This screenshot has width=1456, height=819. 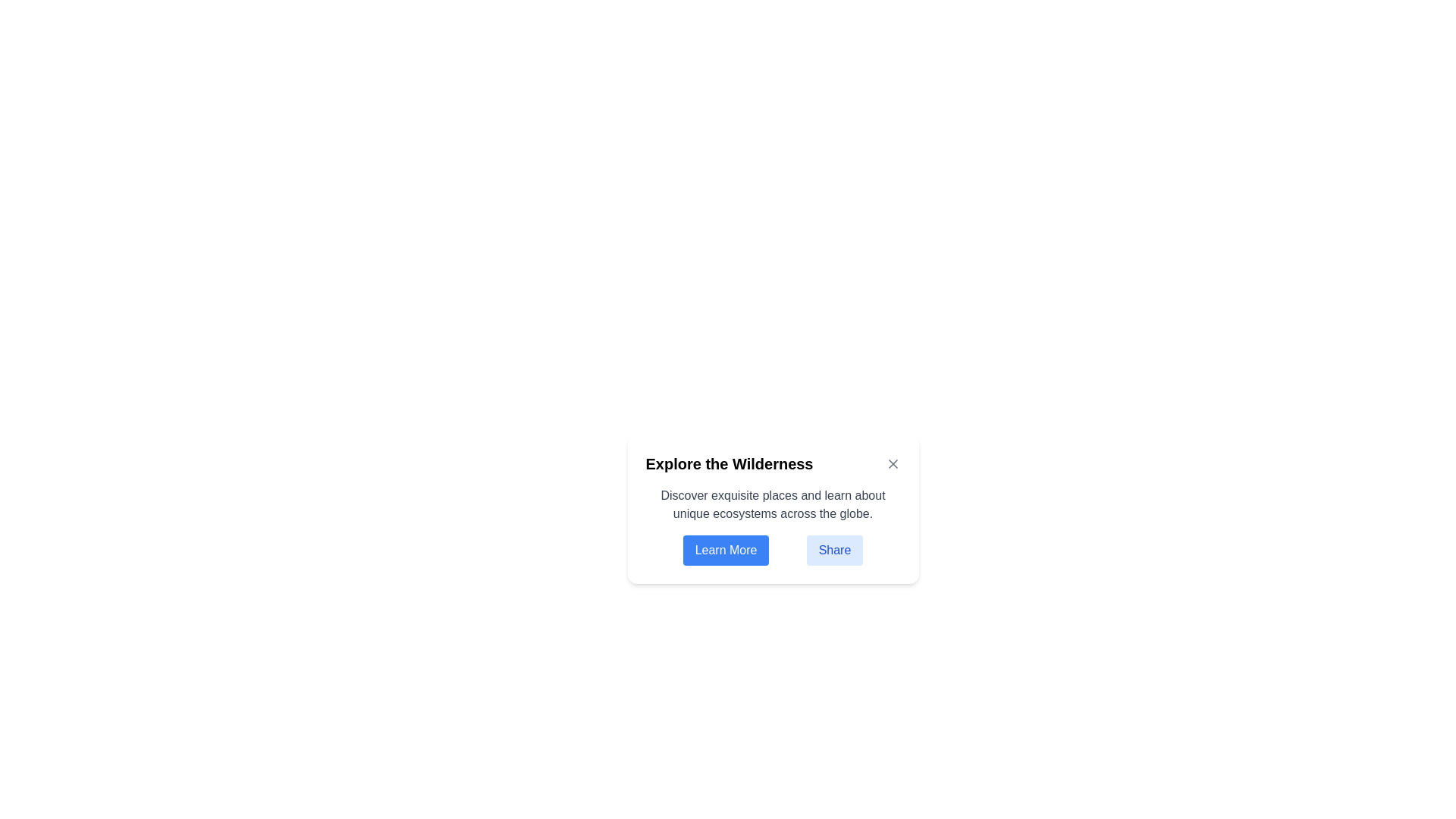 I want to click on the text element that reads 'Discover exquisite places and learn about unique ecosystems across the globe.' positioned below the header 'Explore the Wilderness.', so click(x=773, y=505).